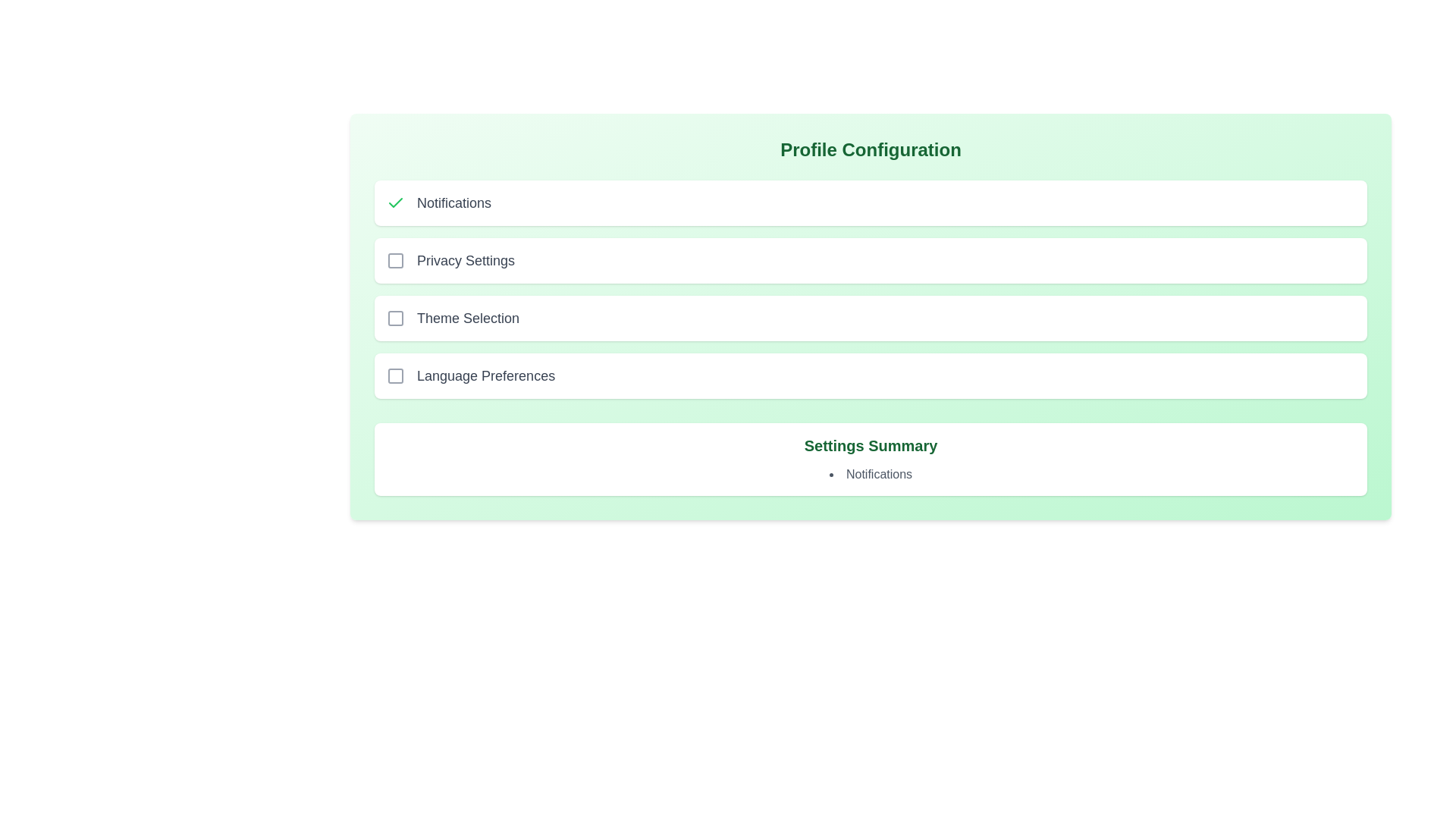 The width and height of the screenshot is (1456, 819). Describe the element at coordinates (467, 318) in the screenshot. I see `the 'Theme Selection' label which displays the phrase in gray color and is styled with a clean and modern appearance` at that location.